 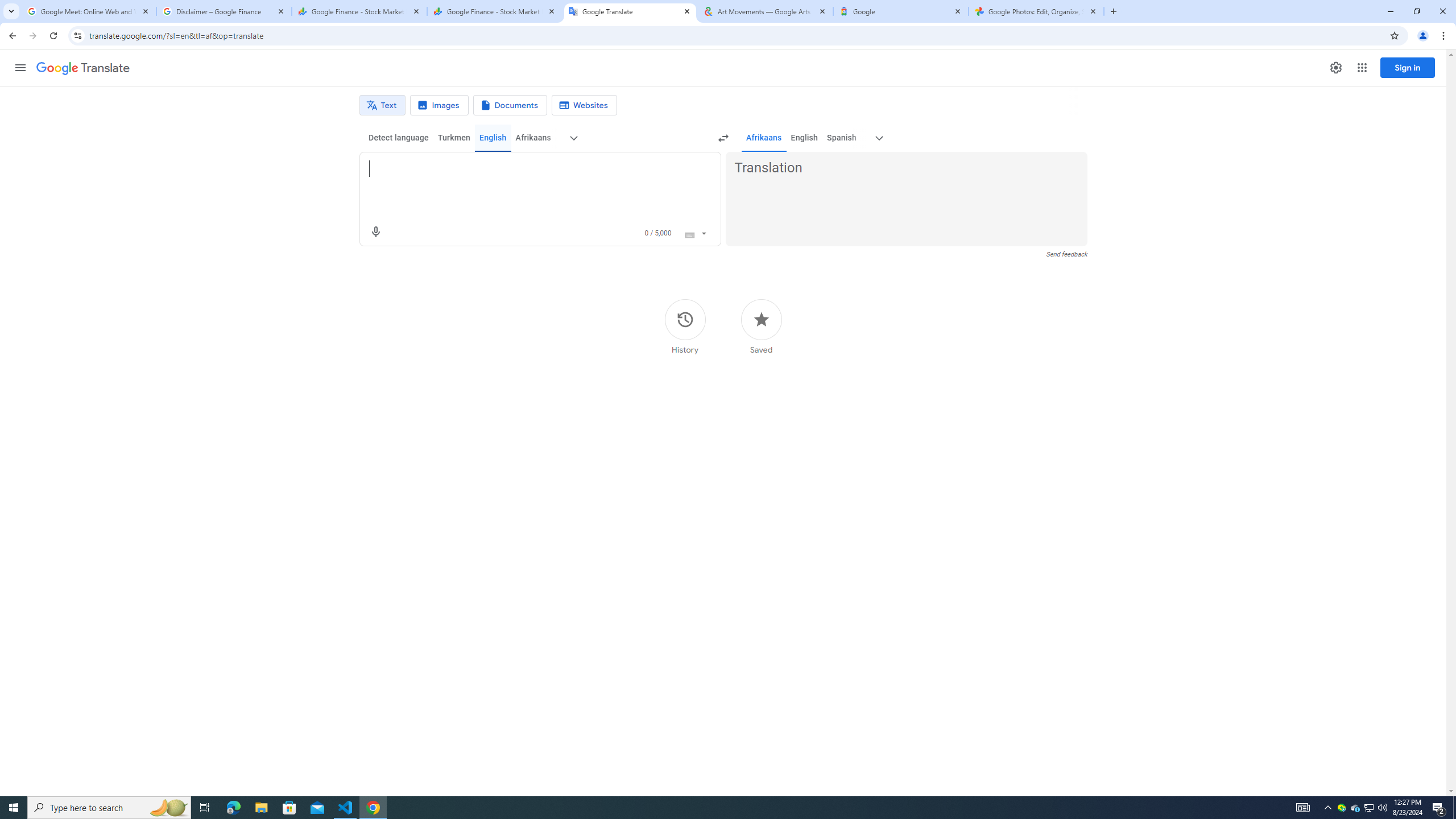 I want to click on 'Turkmen', so click(x=453, y=137).